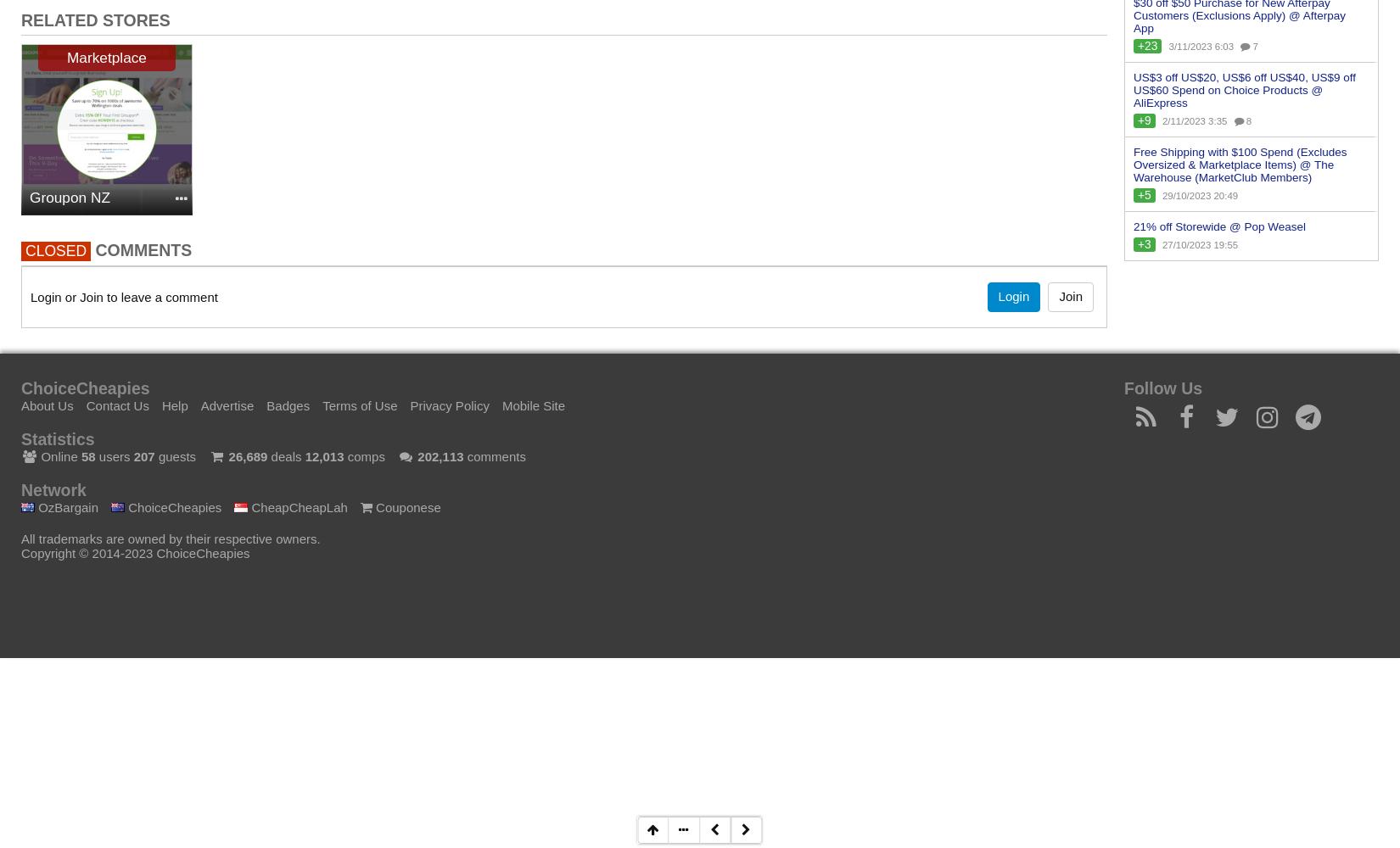  What do you see at coordinates (439, 455) in the screenshot?
I see `'202,113'` at bounding box center [439, 455].